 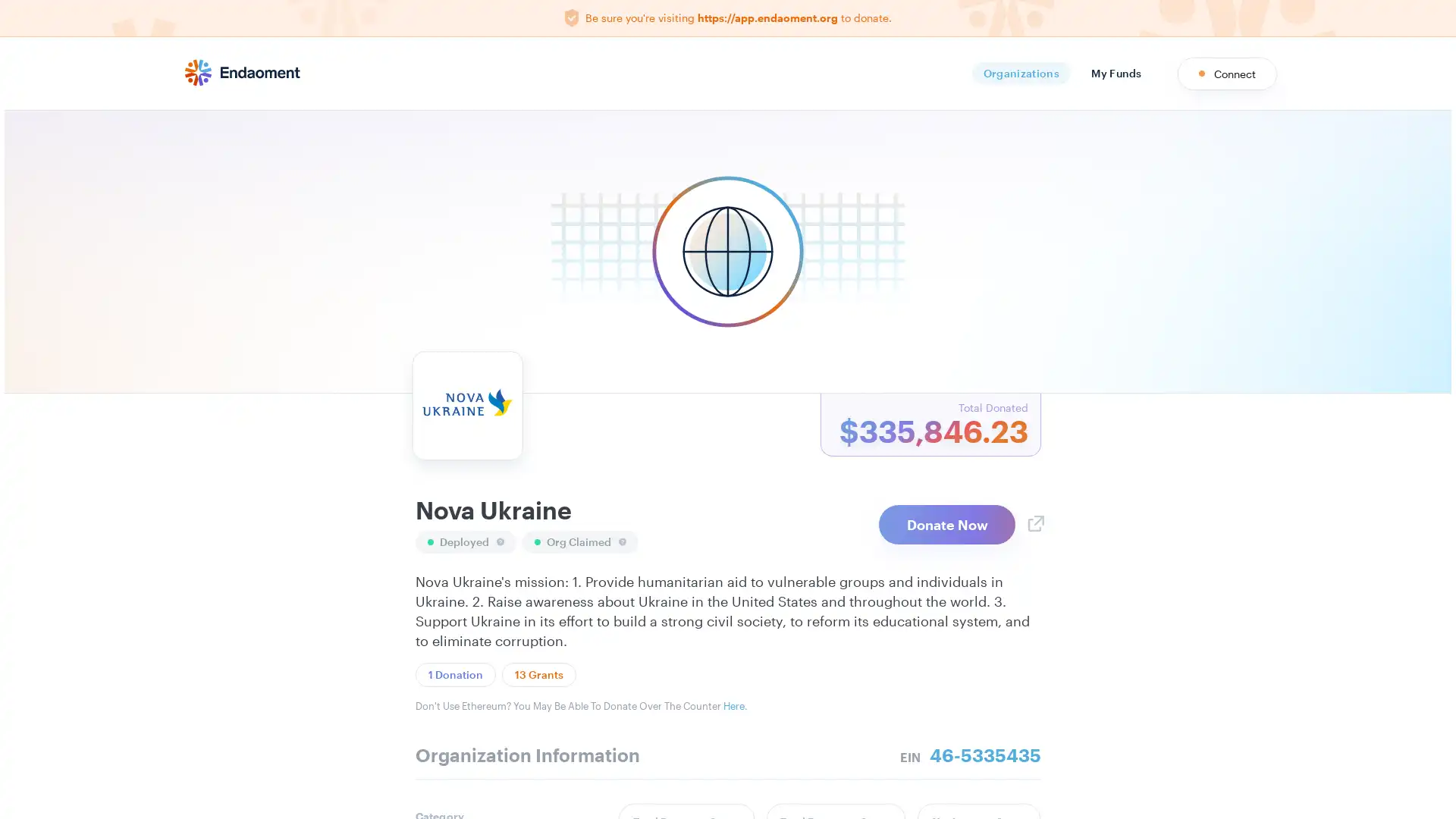 I want to click on Deployed, so click(x=464, y=540).